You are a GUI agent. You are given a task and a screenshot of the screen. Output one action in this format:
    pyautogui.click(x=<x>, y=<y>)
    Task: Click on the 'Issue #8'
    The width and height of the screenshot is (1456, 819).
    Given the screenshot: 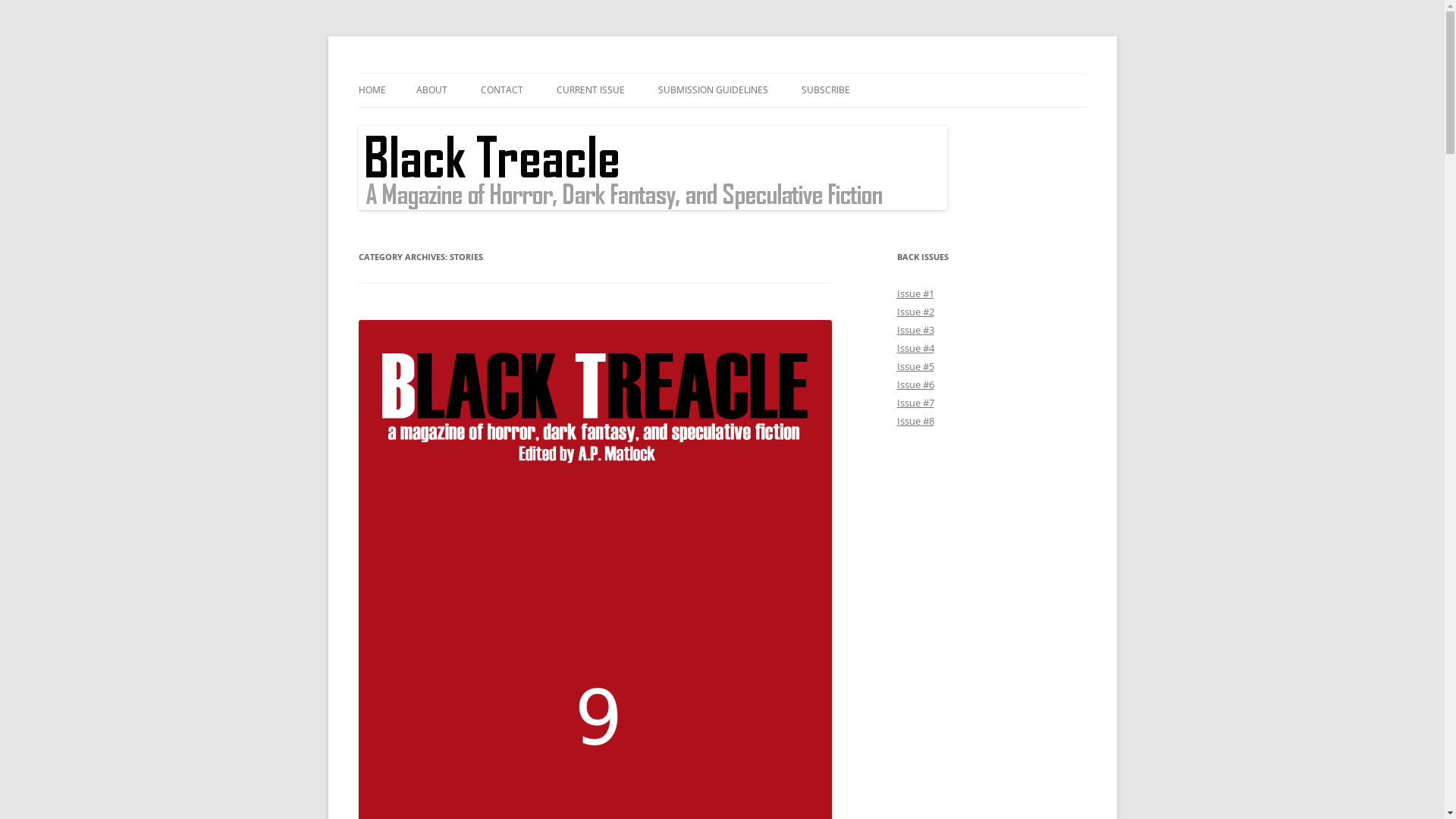 What is the action you would take?
    pyautogui.click(x=896, y=421)
    